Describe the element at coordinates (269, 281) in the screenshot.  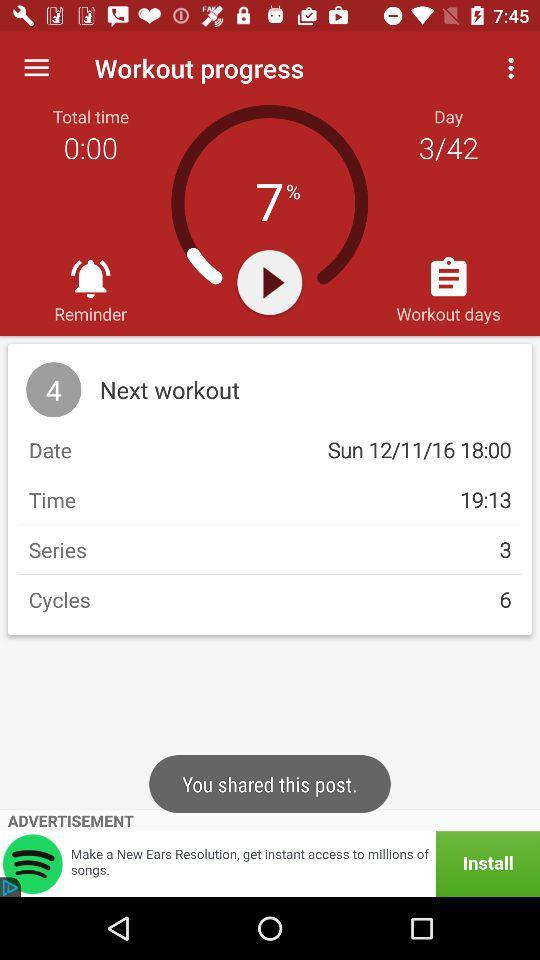
I see `play` at that location.